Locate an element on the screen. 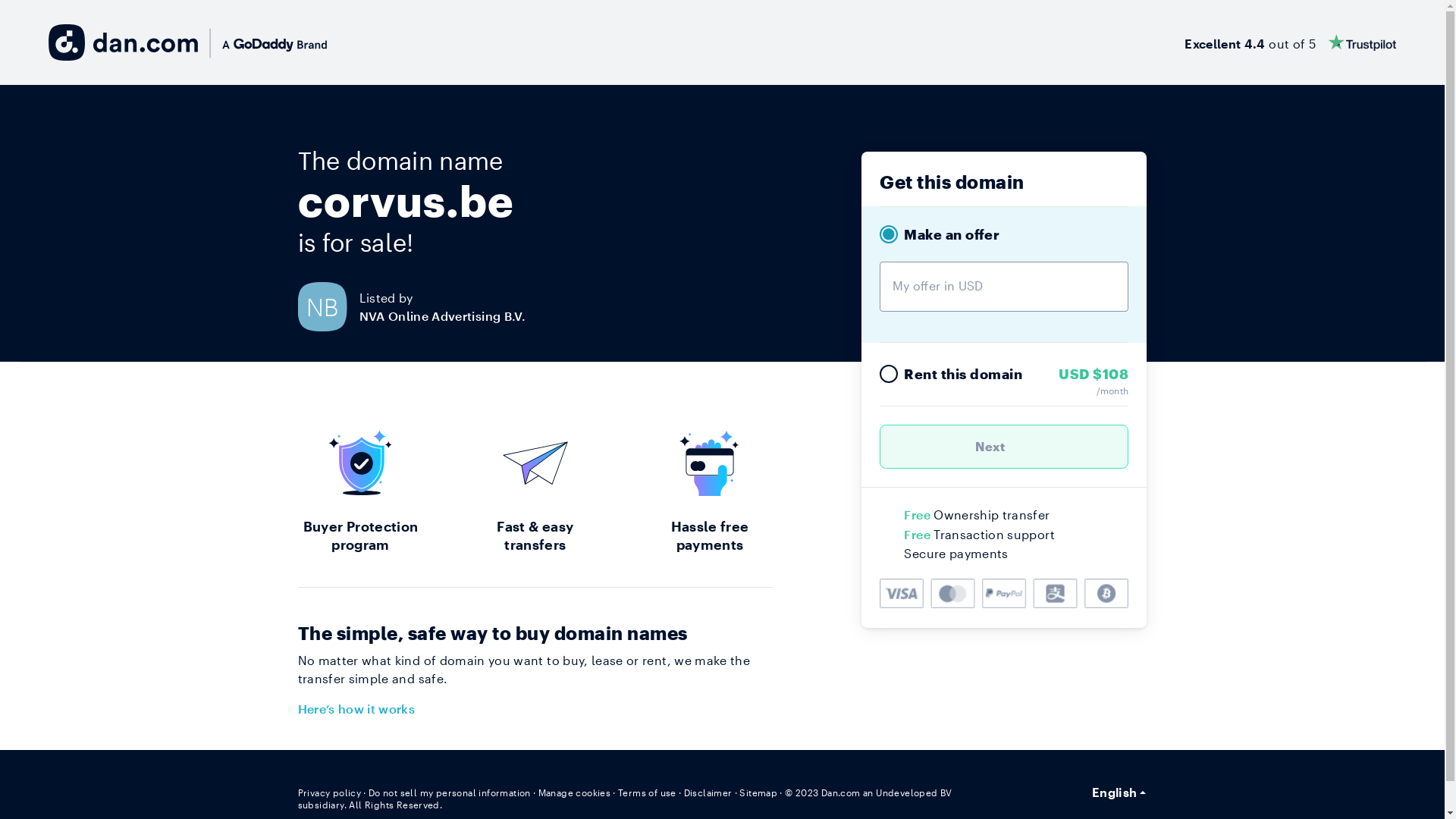  'Next is located at coordinates (1004, 446).